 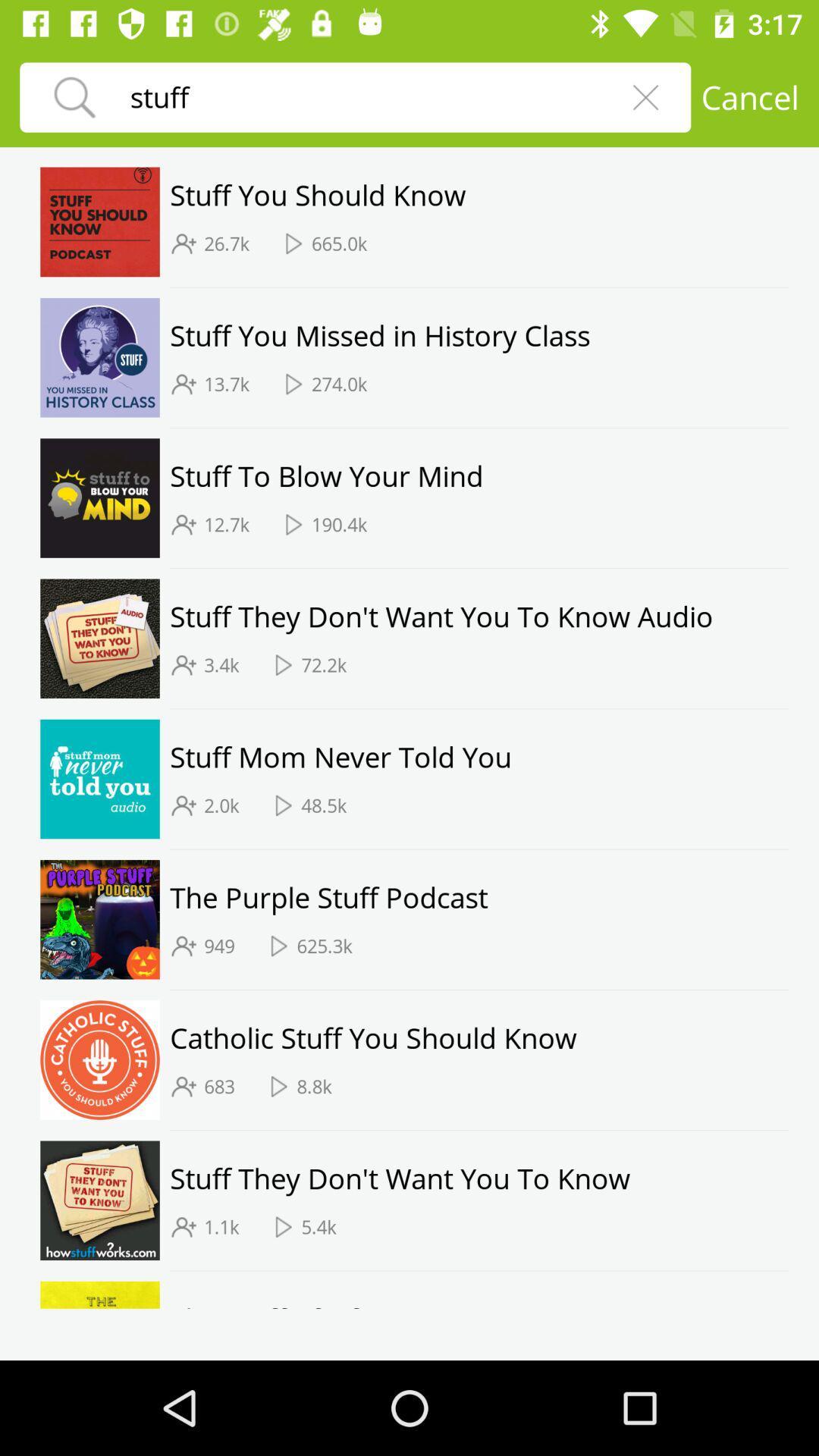 What do you see at coordinates (479, 708) in the screenshot?
I see `the icon above the stuff mom never icon` at bounding box center [479, 708].